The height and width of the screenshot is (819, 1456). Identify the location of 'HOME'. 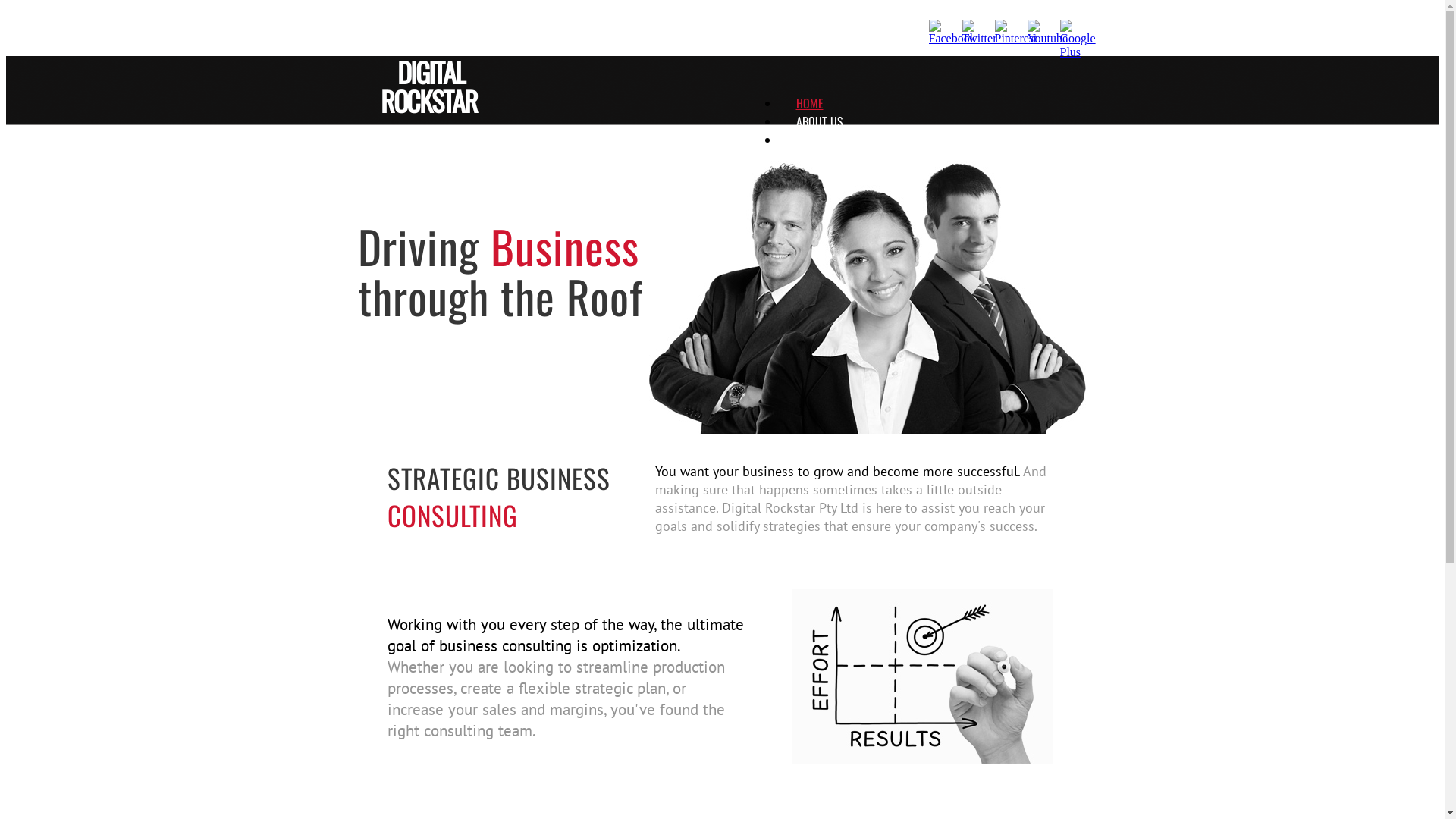
(795, 102).